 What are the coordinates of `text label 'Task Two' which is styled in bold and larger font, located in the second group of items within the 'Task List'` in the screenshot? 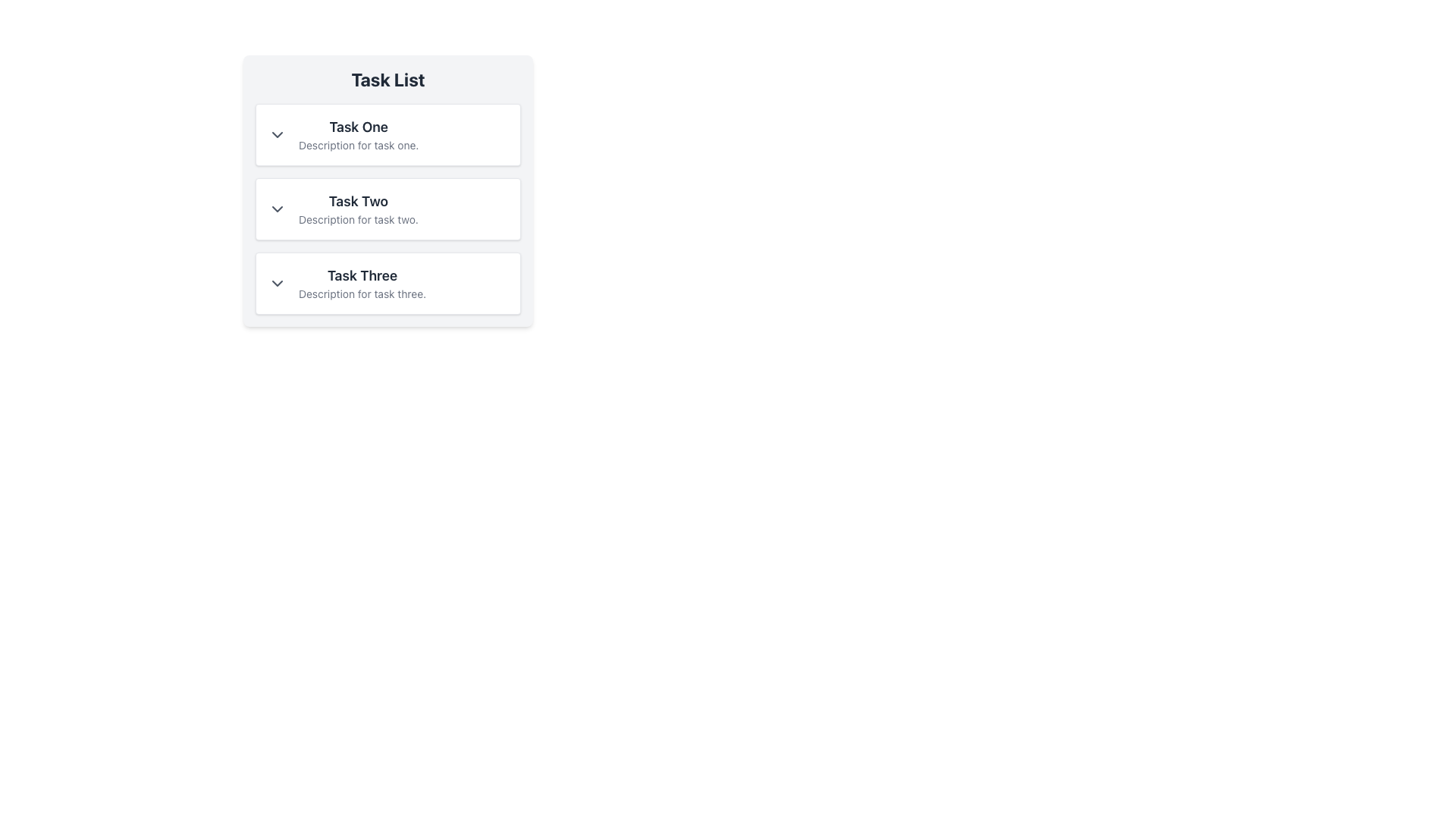 It's located at (357, 201).